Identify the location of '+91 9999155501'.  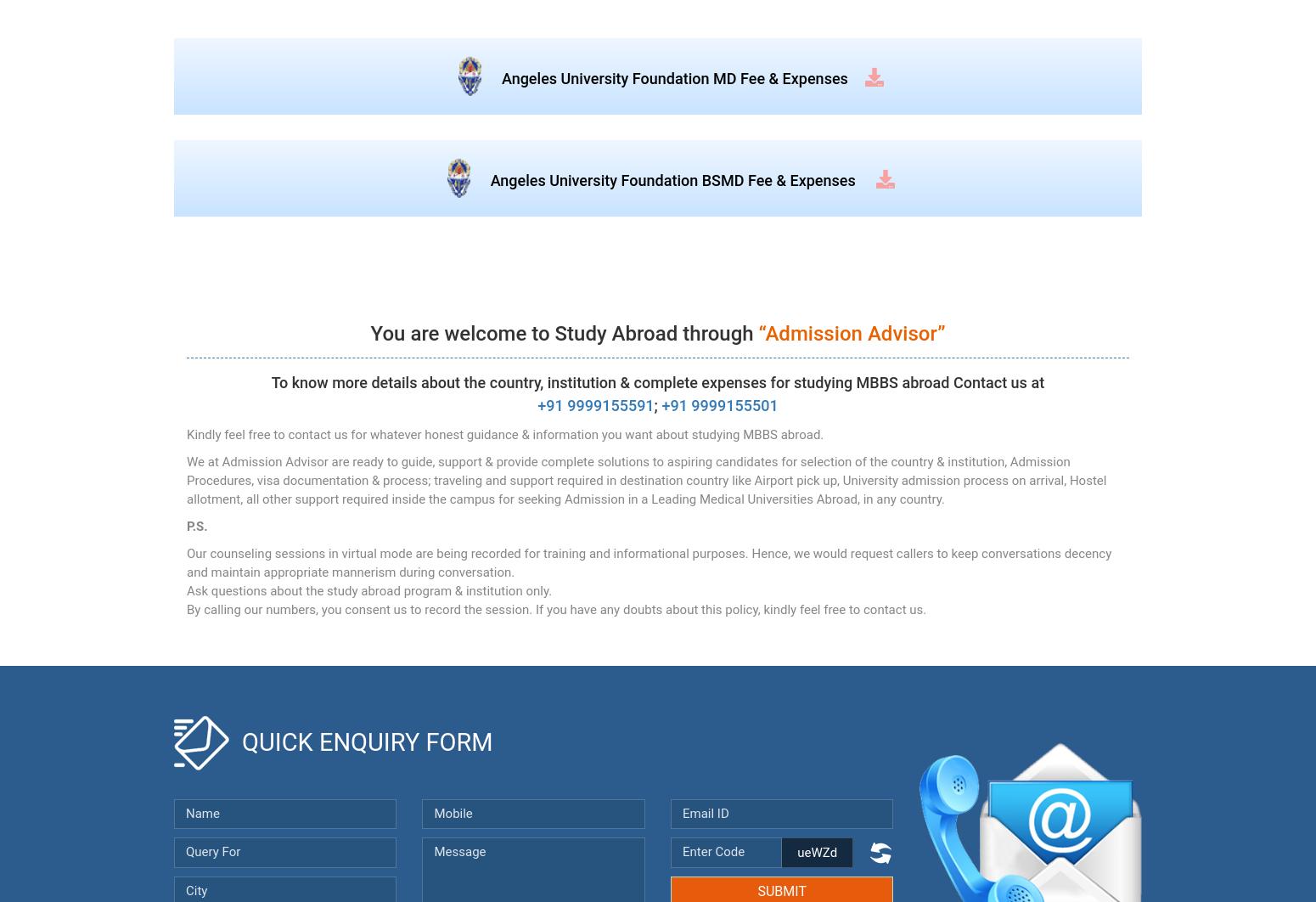
(718, 404).